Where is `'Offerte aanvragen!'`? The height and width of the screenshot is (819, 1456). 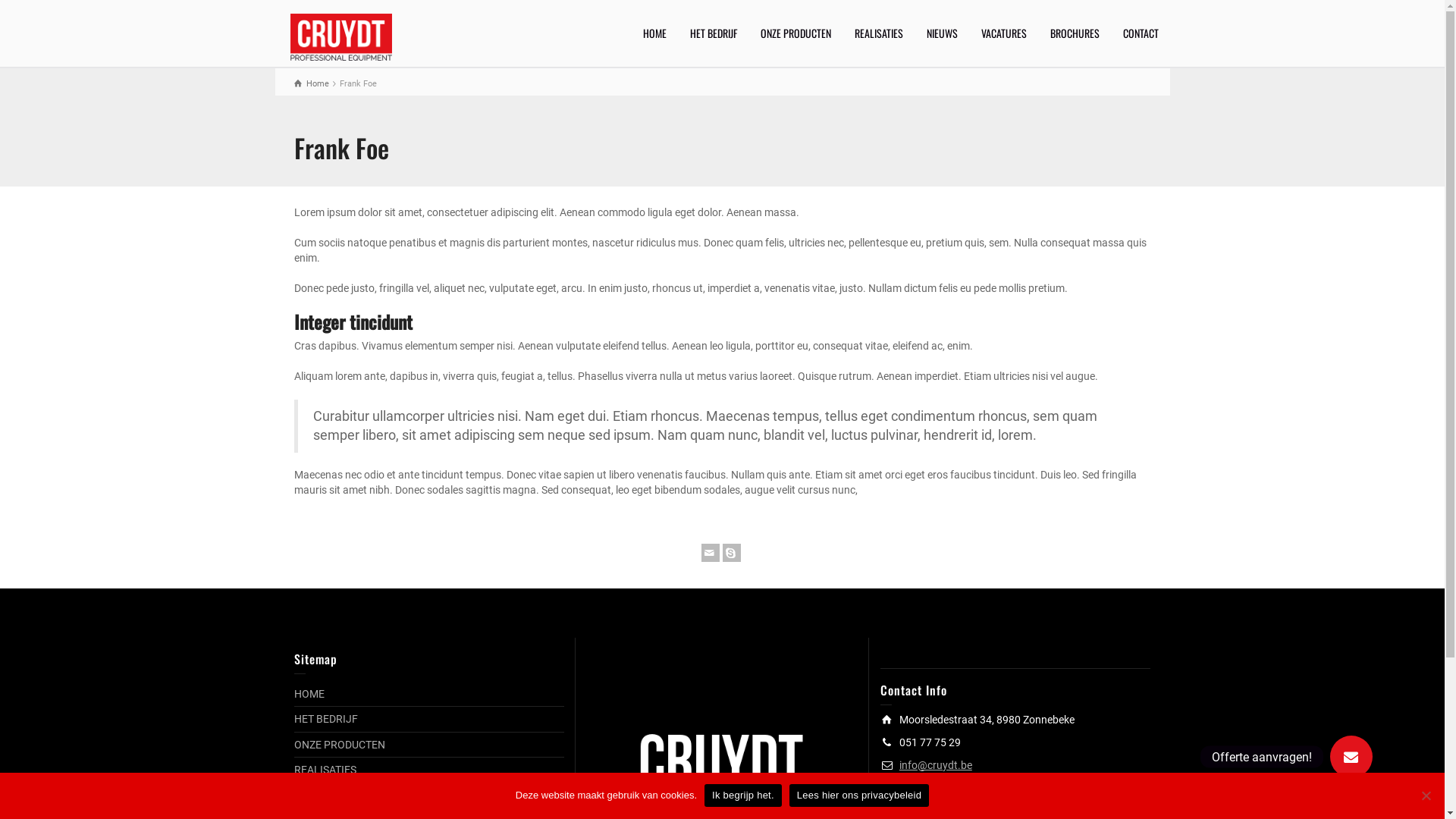
'Offerte aanvragen!' is located at coordinates (1351, 757).